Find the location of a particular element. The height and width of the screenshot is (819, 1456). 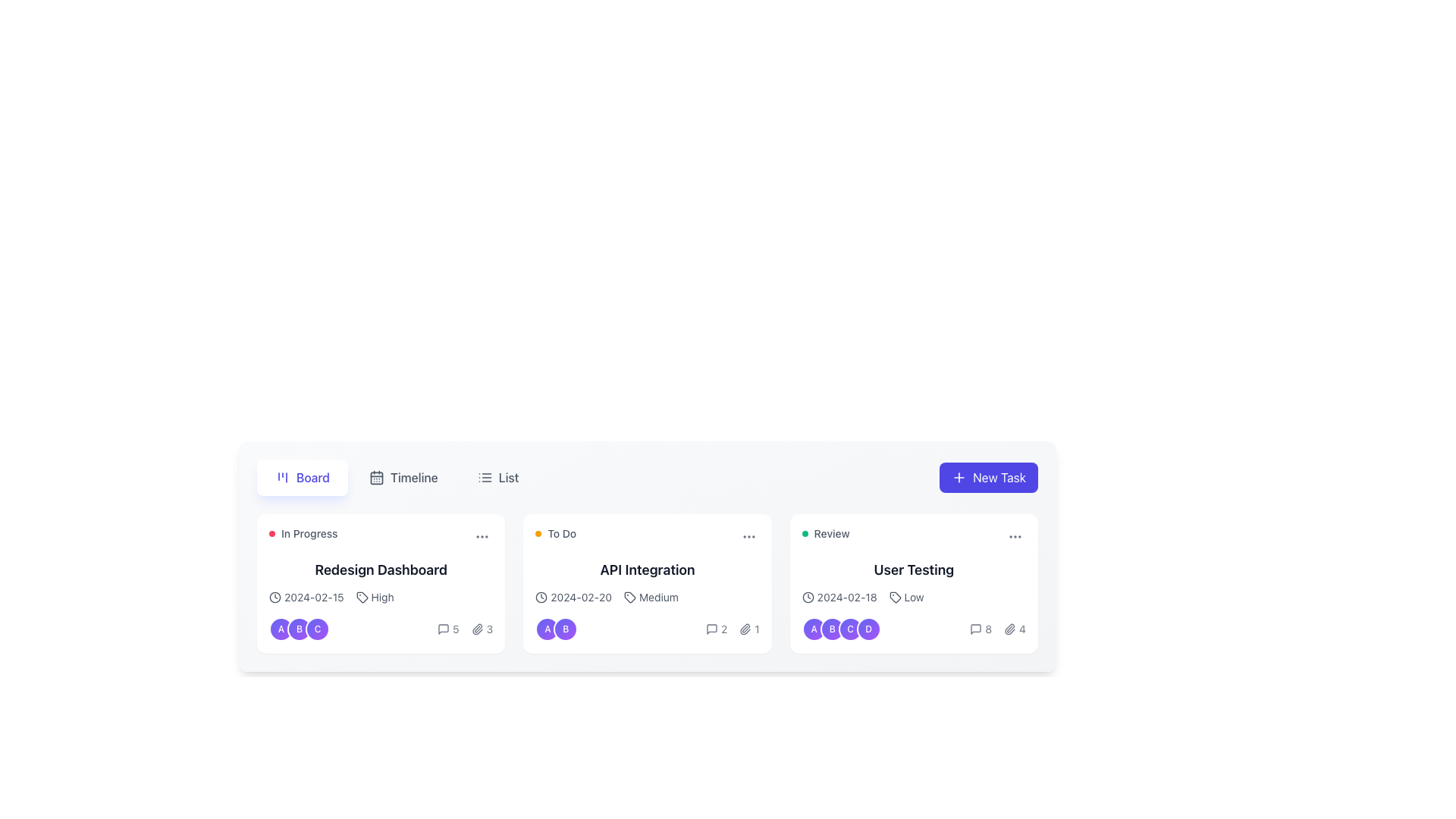

the due date display element located is located at coordinates (839, 596).